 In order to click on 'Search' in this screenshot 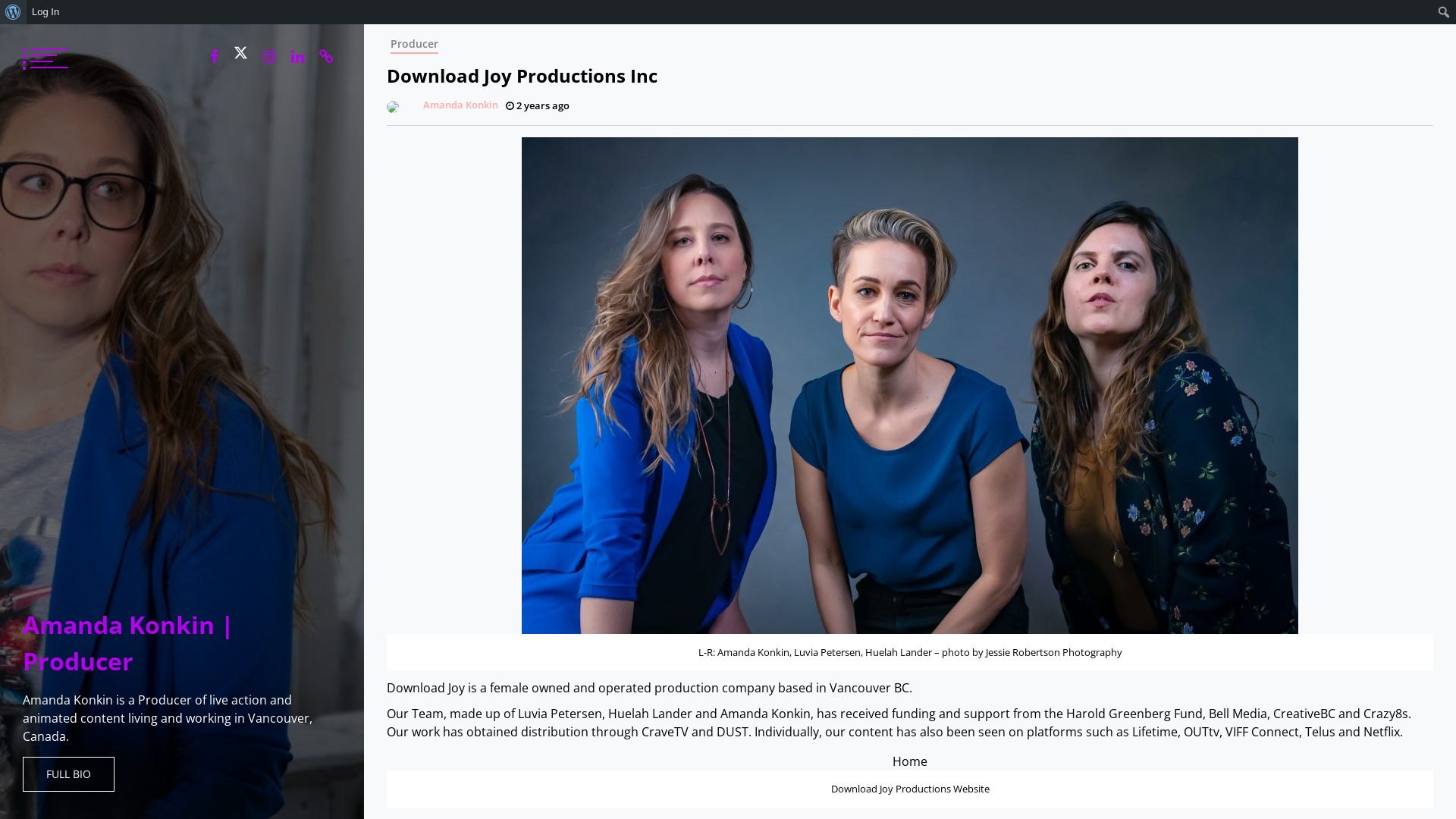, I will do `click(16, 12)`.